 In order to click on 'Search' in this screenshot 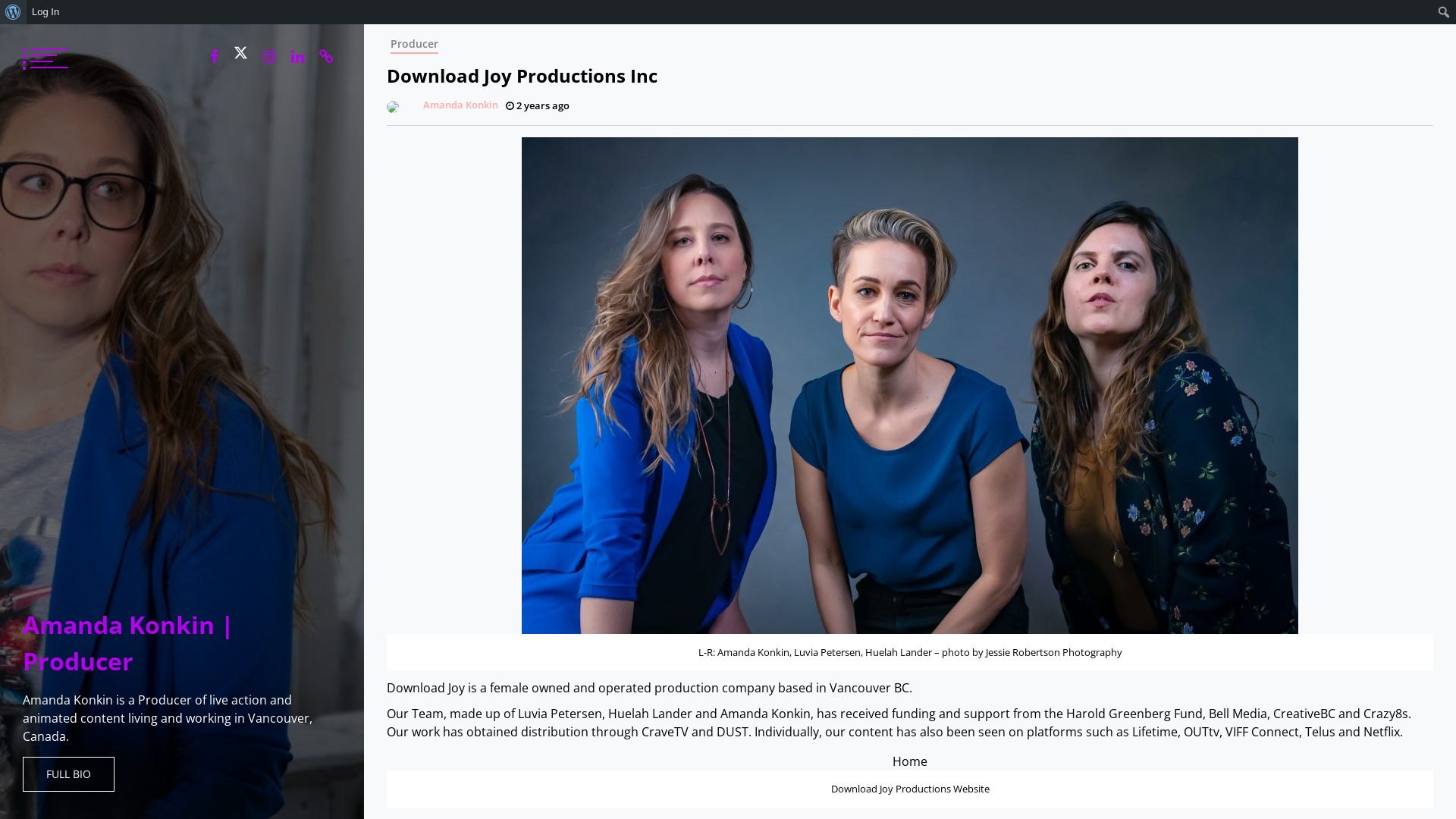, I will do `click(16, 12)`.